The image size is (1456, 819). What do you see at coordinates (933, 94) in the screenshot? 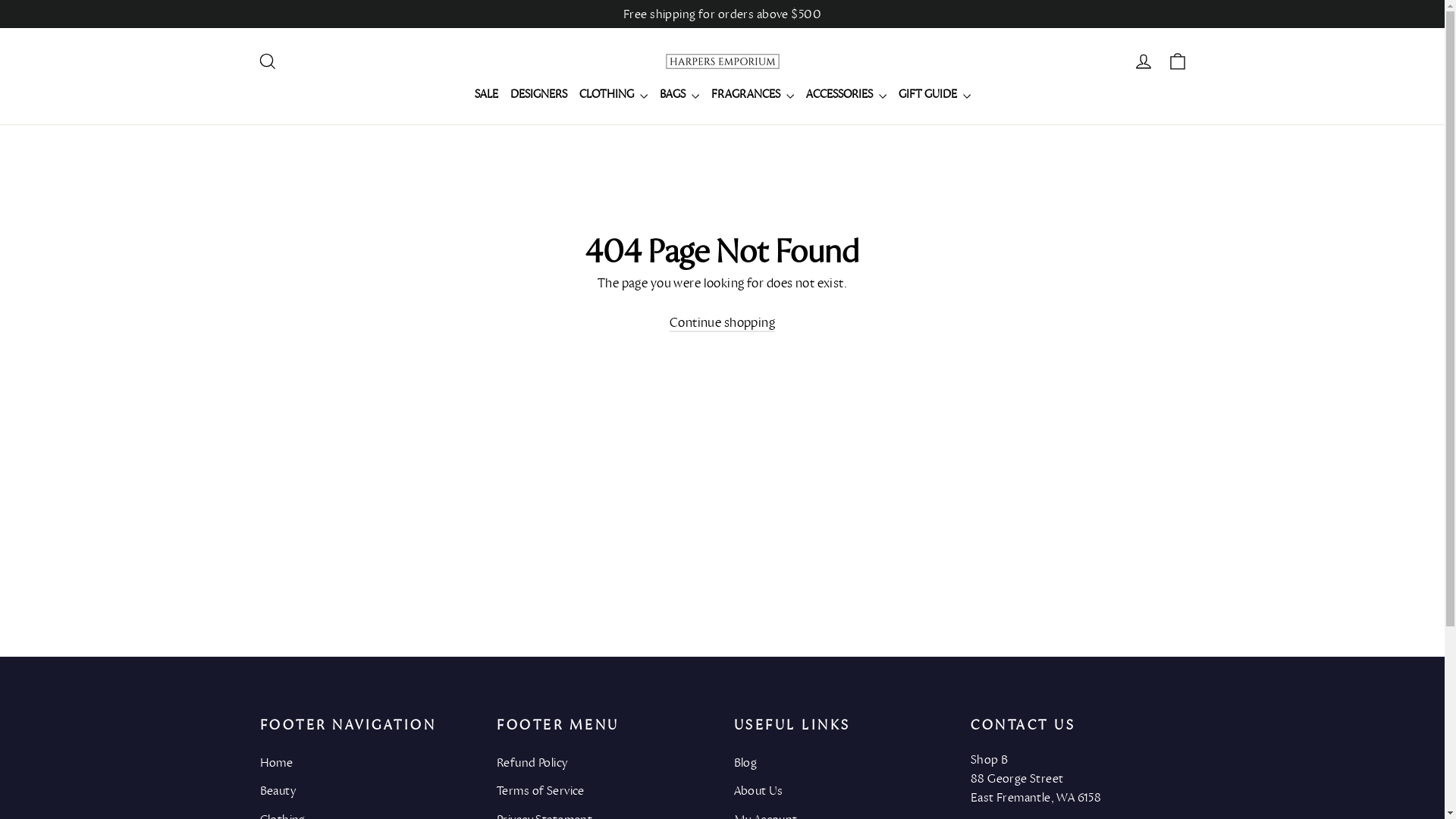
I see `'GIFT GUIDE'` at bounding box center [933, 94].